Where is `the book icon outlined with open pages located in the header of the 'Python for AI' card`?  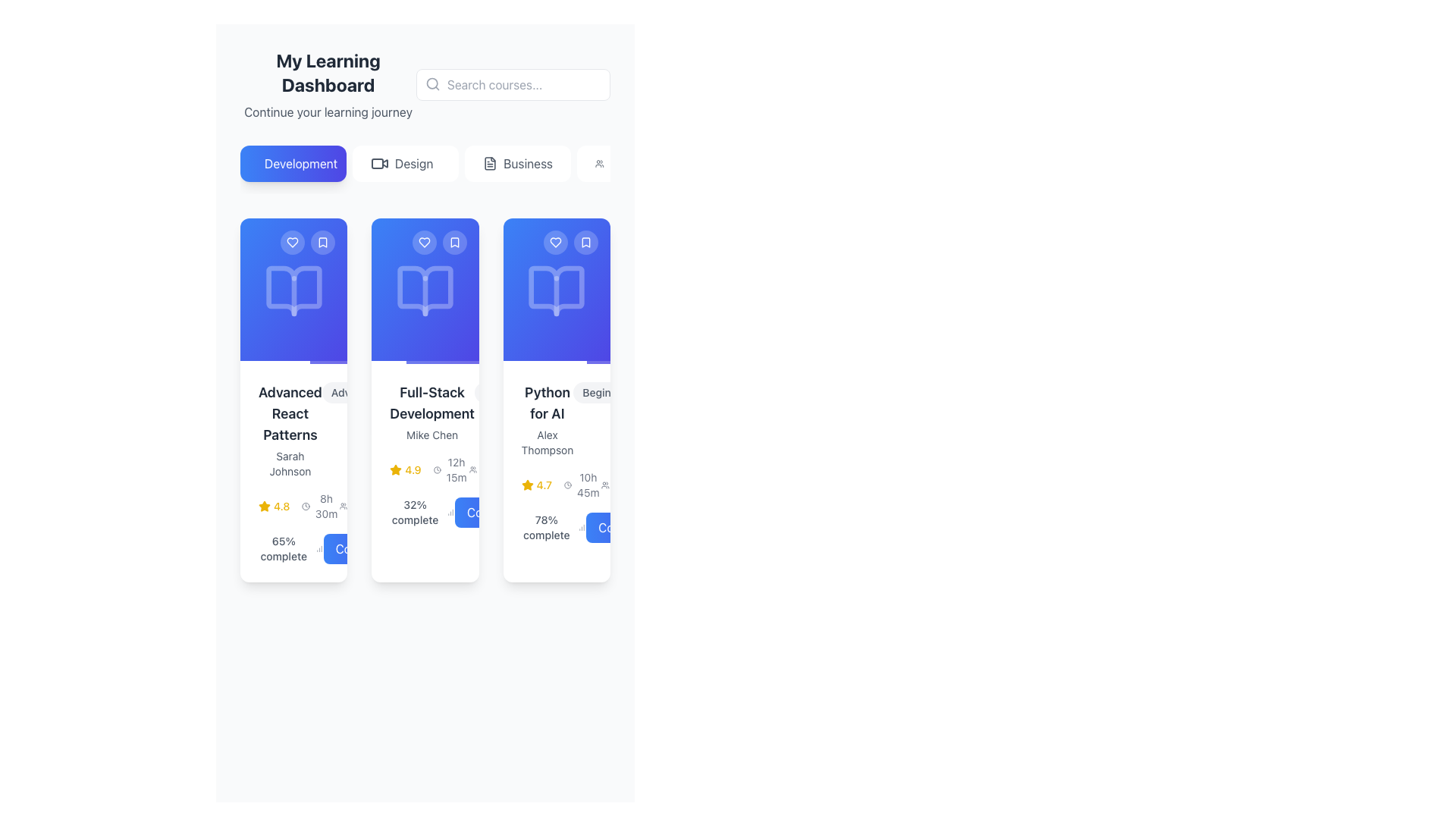
the book icon outlined with open pages located in the header of the 'Python for AI' card is located at coordinates (556, 291).